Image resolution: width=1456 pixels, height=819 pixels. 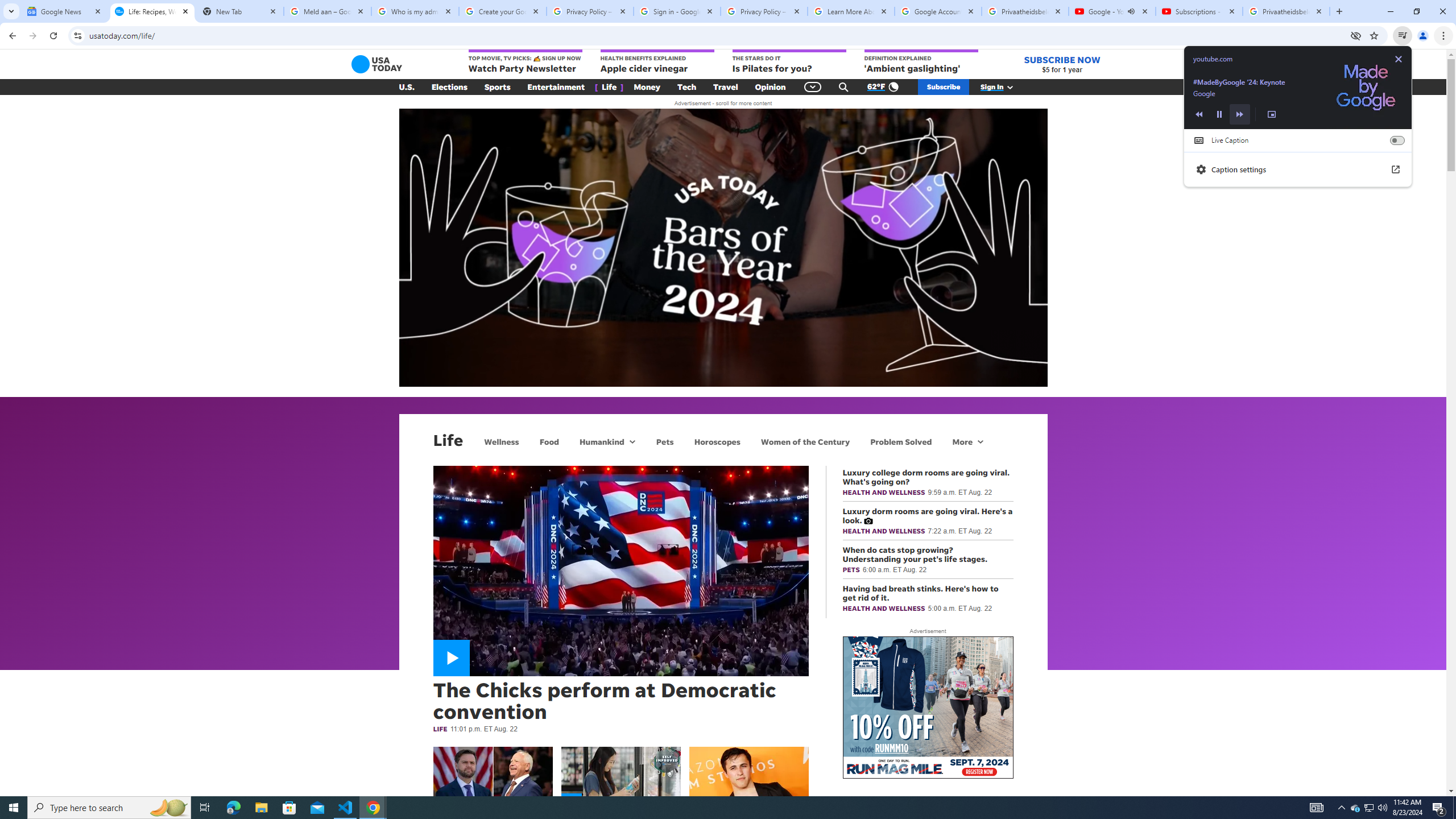 What do you see at coordinates (377, 64) in the screenshot?
I see `'USA TODAY'` at bounding box center [377, 64].